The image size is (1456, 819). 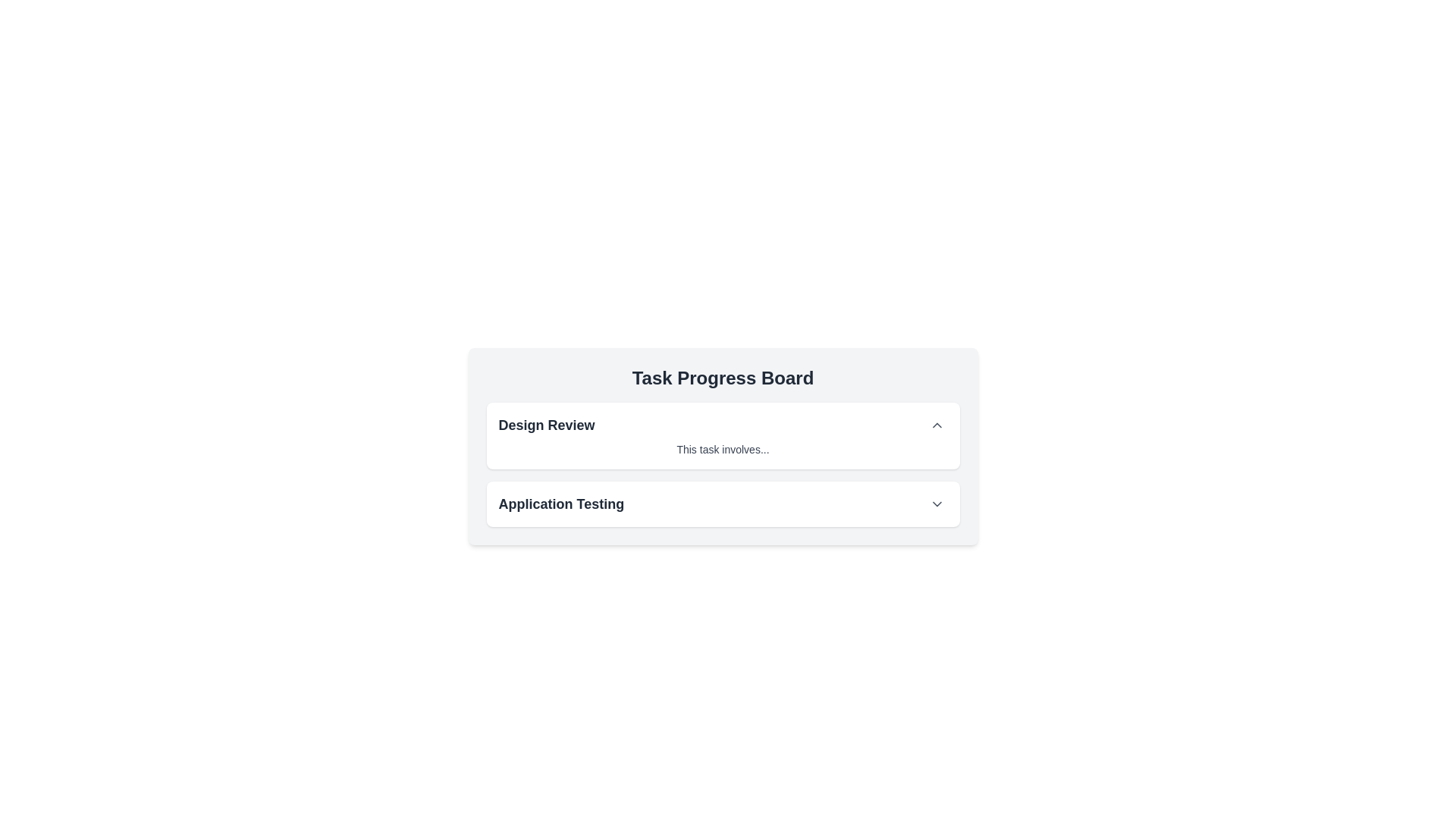 I want to click on the Chevron Up icon in the top-right corner of the 'Design Review' section, so click(x=936, y=425).